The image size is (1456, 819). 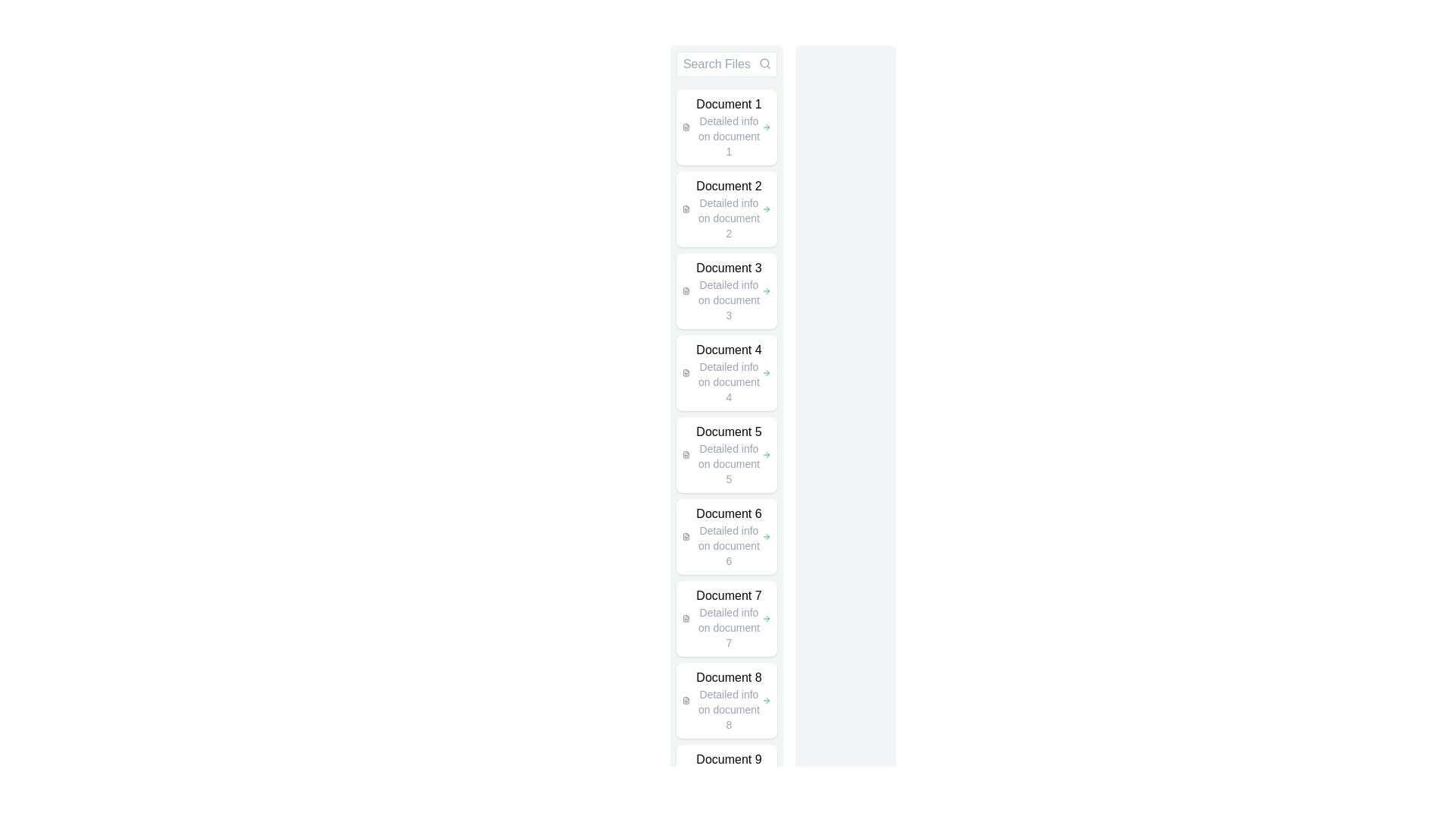 I want to click on the text label 'Document 1', which serves as the heading for the first document in a vertical list interface, so click(x=729, y=104).